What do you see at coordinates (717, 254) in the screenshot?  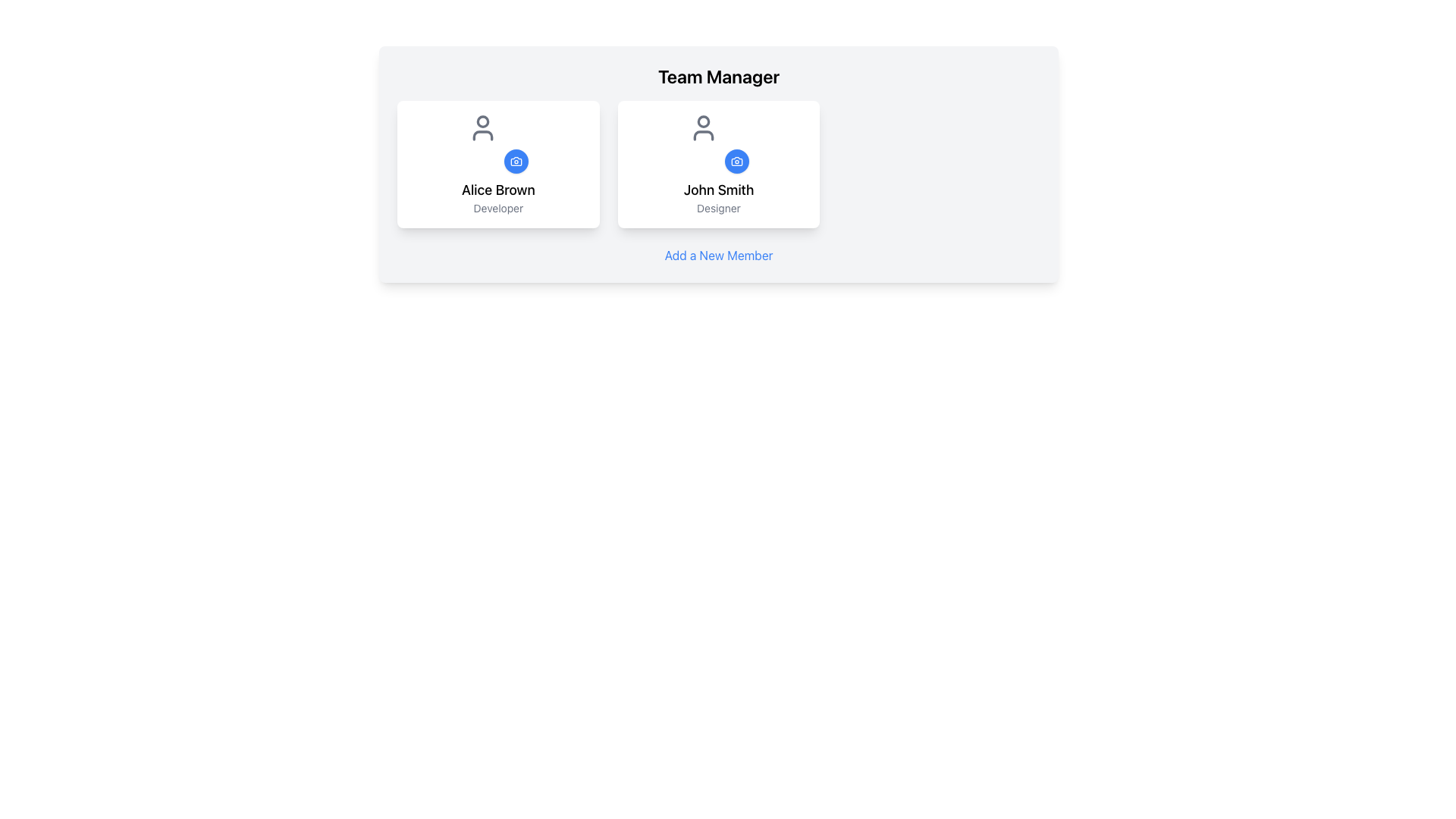 I see `the blue textual hyperlink 'Add a New Member' located at the bottom of the grid layout` at bounding box center [717, 254].